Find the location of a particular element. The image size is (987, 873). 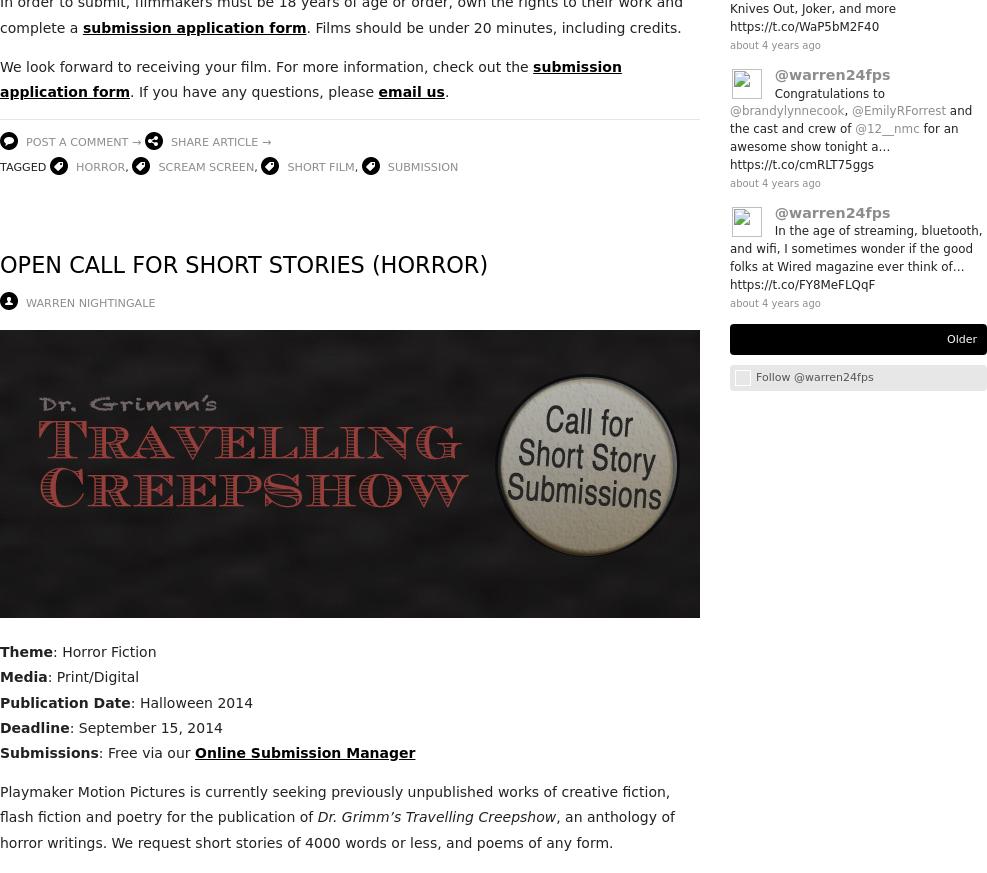

'Open Call for Short Stories (Horror)' is located at coordinates (243, 263).